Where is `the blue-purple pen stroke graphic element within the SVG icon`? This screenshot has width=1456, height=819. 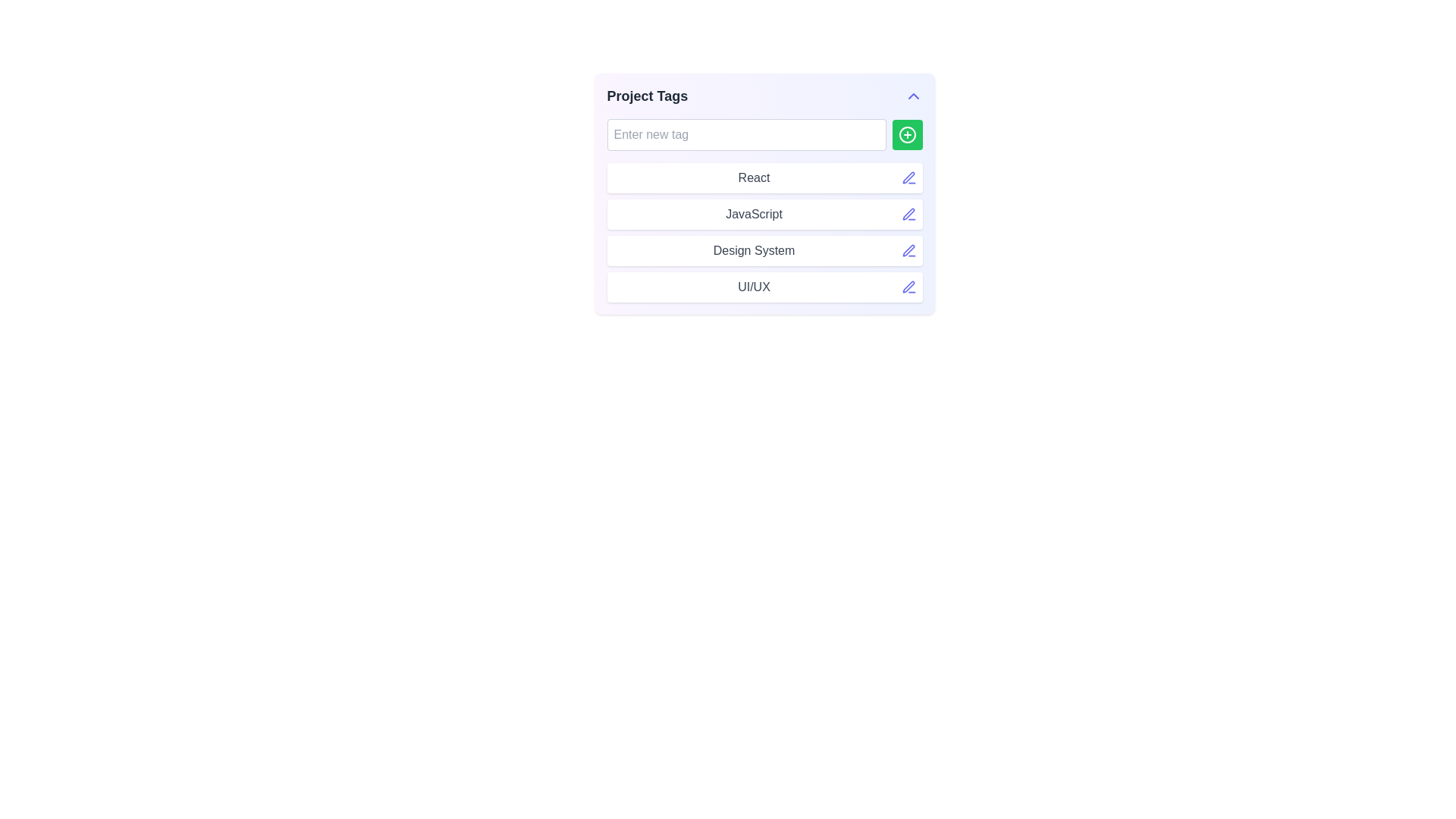 the blue-purple pen stroke graphic element within the SVG icon is located at coordinates (908, 287).